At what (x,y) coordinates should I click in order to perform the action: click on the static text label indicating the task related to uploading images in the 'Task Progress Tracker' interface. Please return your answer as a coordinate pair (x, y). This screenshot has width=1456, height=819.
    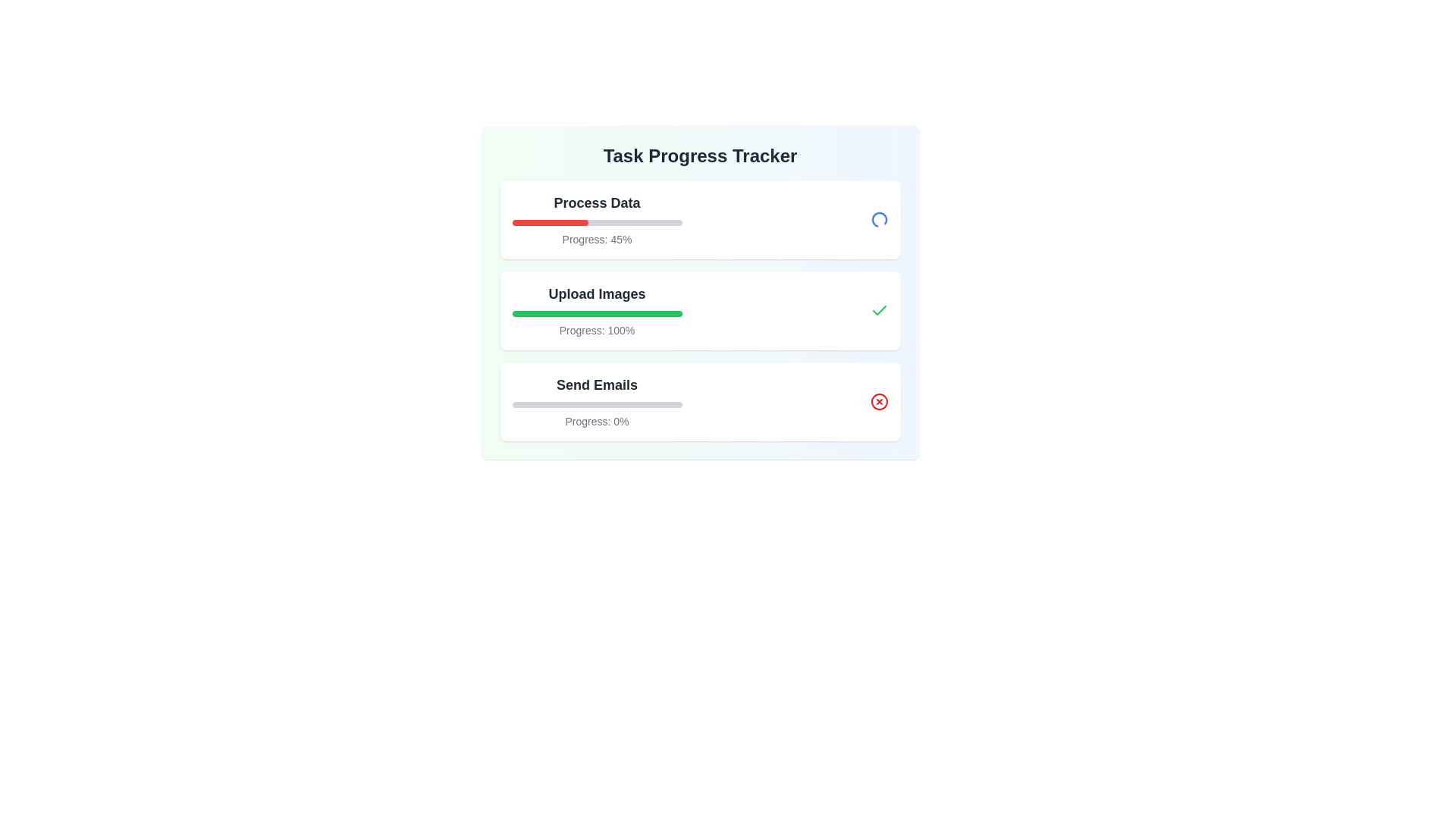
    Looking at the image, I should click on (596, 294).